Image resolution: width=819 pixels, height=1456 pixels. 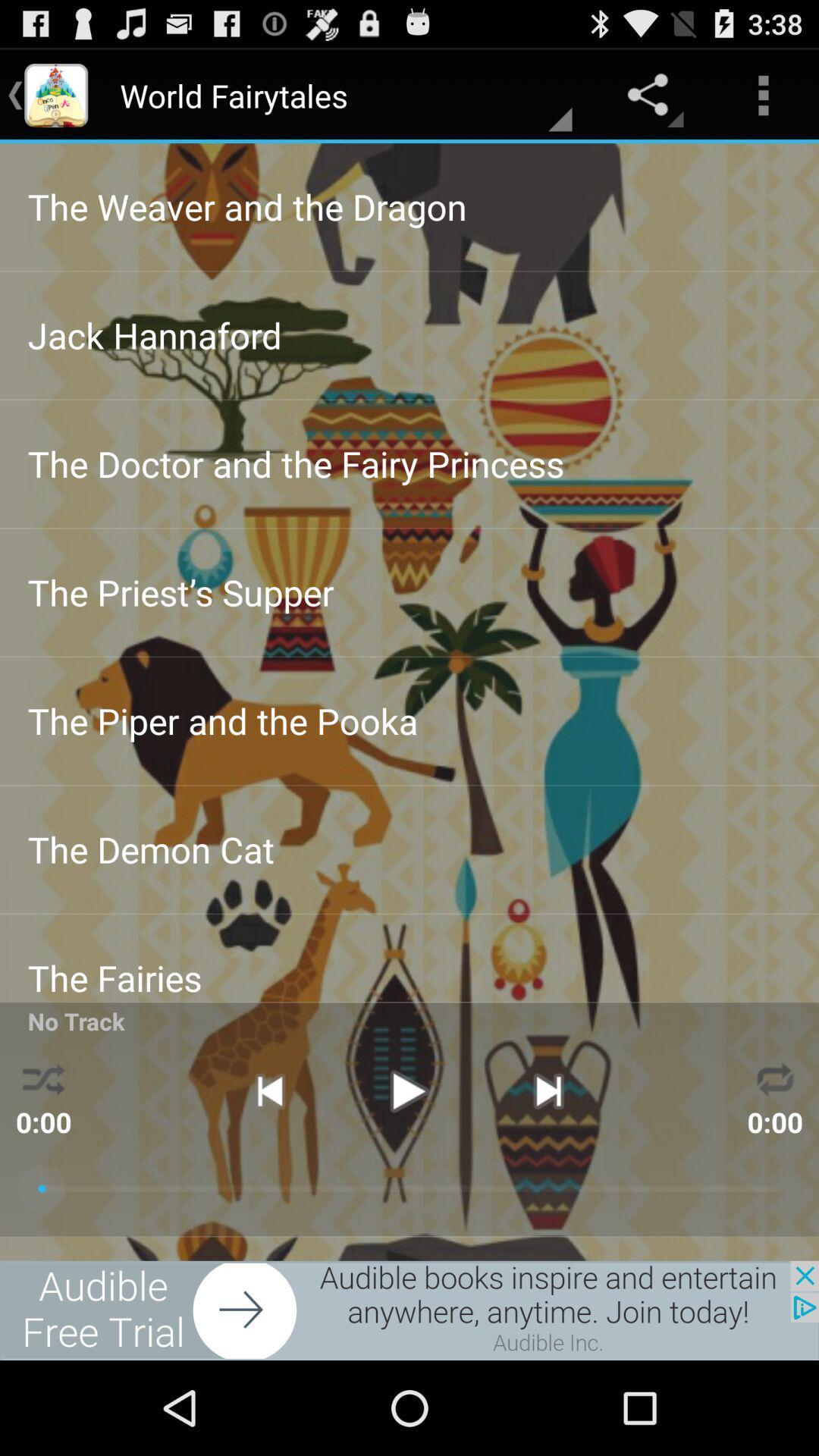 I want to click on the play icon, so click(x=408, y=1166).